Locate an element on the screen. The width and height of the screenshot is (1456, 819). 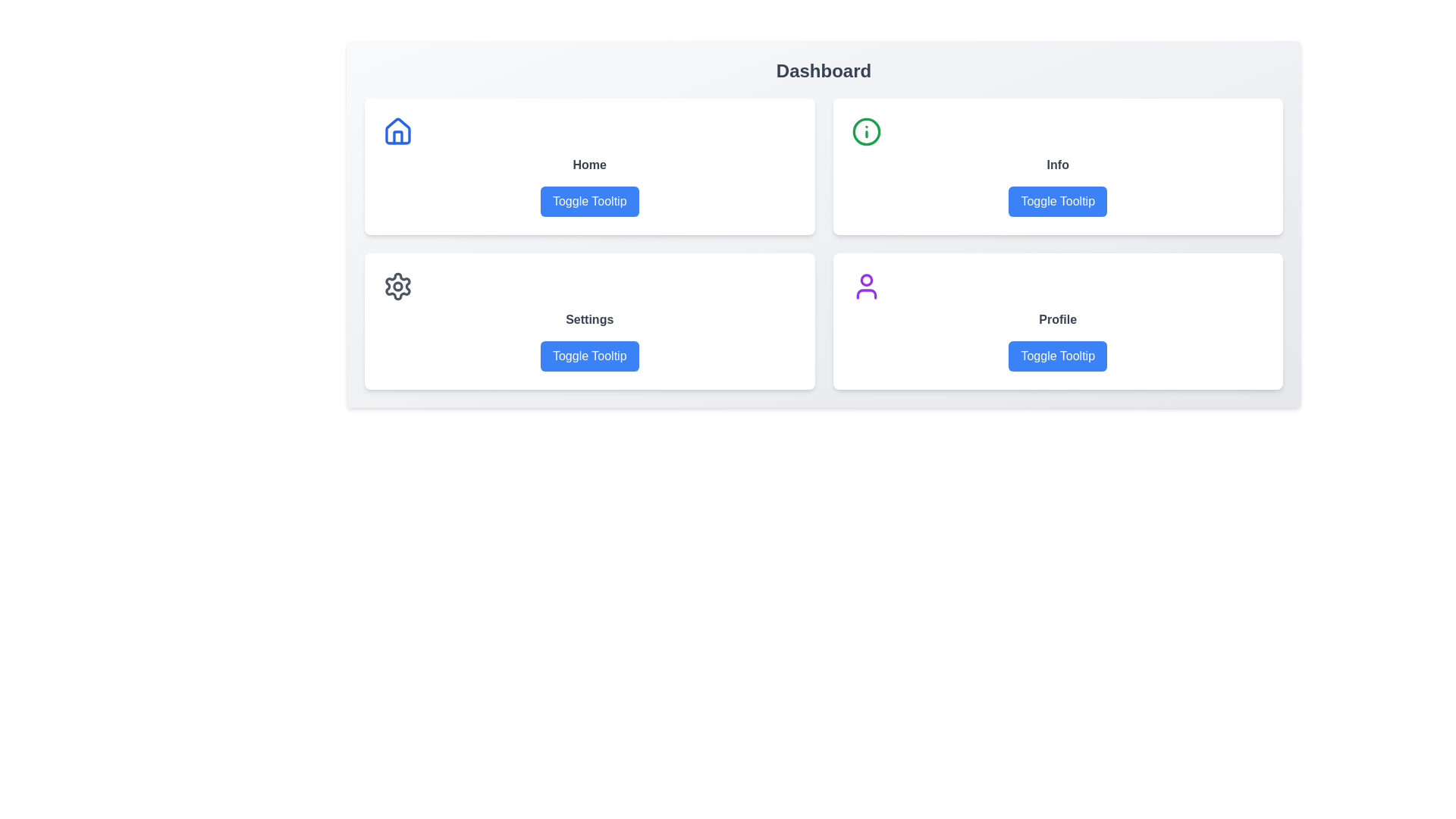
the 'Info' static text label located in the top-right card of the interface, which is centered horizontally within the card and positioned below a green circular icon and above the 'Toggle Tooltip' button is located at coordinates (1057, 165).